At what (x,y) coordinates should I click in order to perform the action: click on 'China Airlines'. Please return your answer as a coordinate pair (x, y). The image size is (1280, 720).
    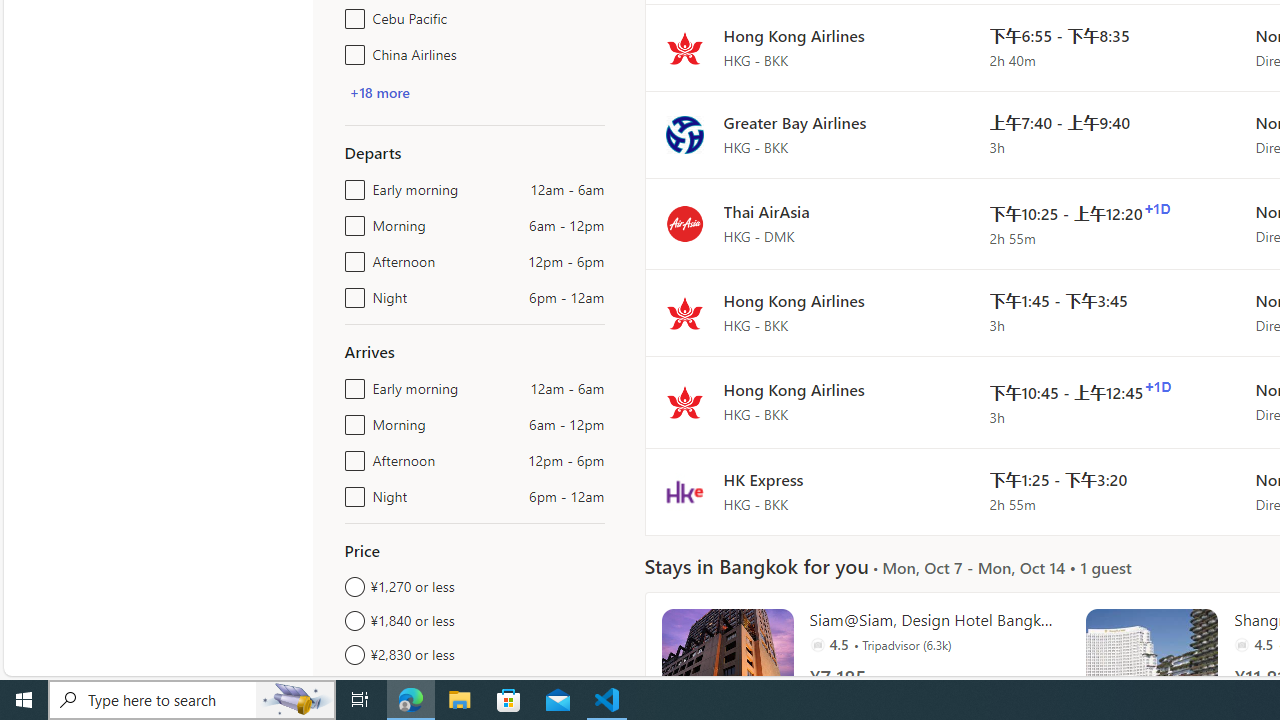
    Looking at the image, I should click on (351, 50).